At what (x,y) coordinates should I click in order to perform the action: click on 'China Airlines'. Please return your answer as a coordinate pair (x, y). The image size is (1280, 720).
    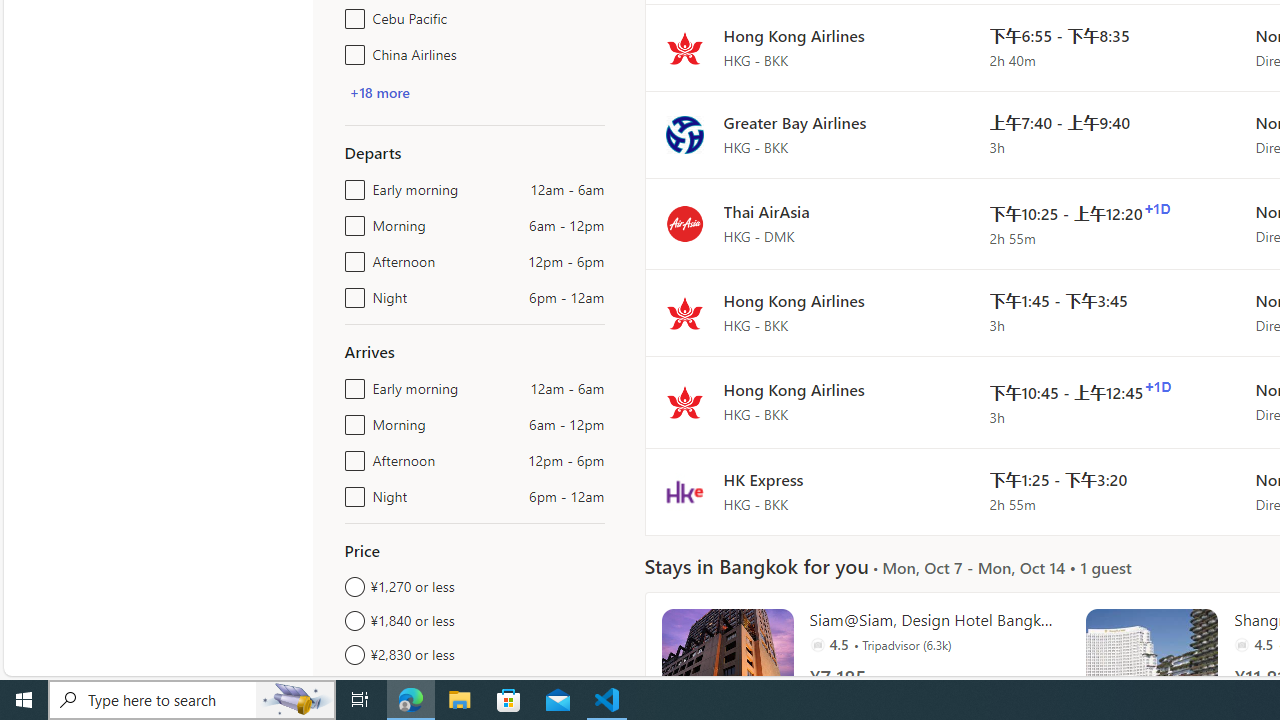
    Looking at the image, I should click on (351, 50).